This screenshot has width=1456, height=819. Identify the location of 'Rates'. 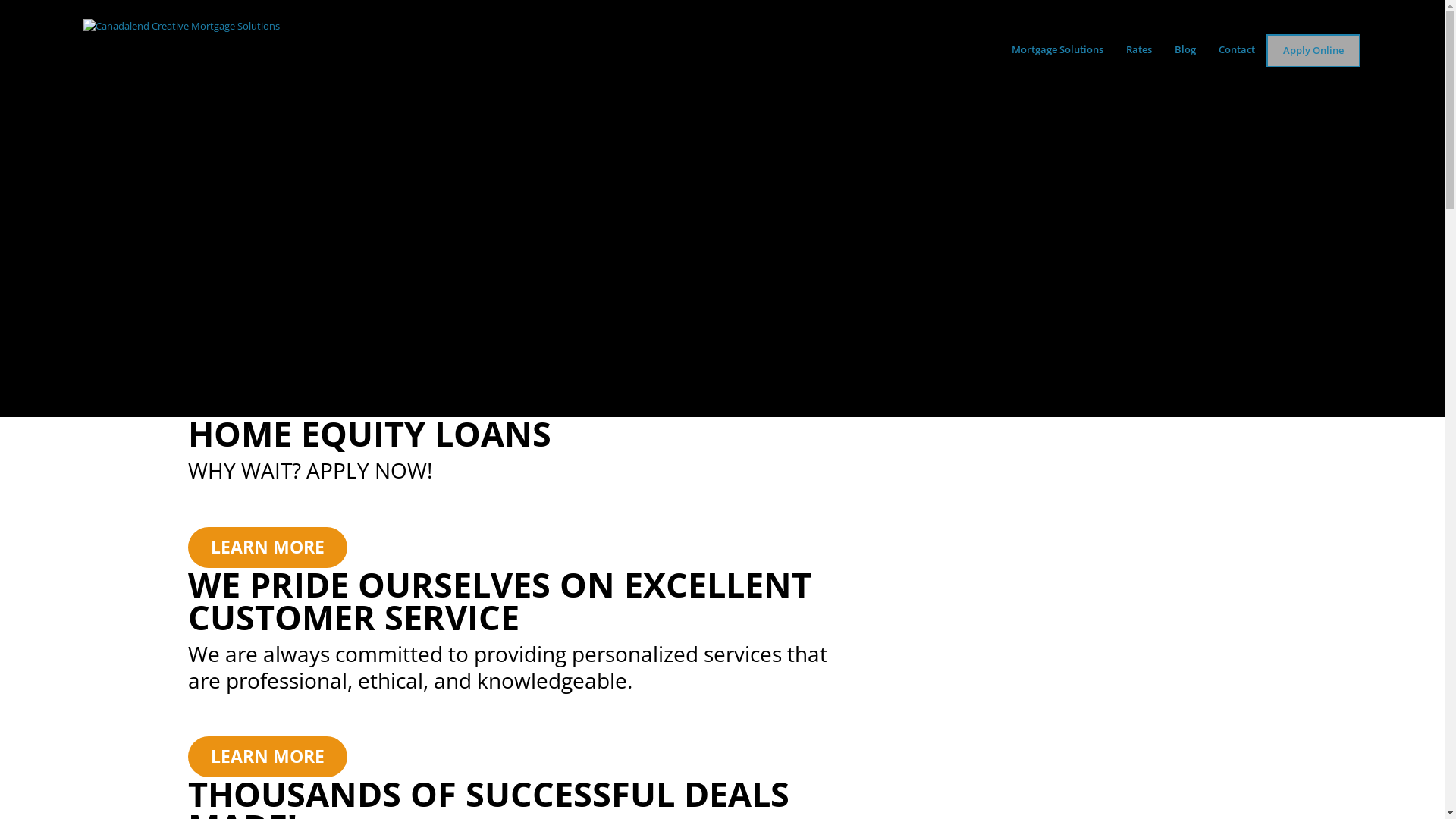
(1114, 49).